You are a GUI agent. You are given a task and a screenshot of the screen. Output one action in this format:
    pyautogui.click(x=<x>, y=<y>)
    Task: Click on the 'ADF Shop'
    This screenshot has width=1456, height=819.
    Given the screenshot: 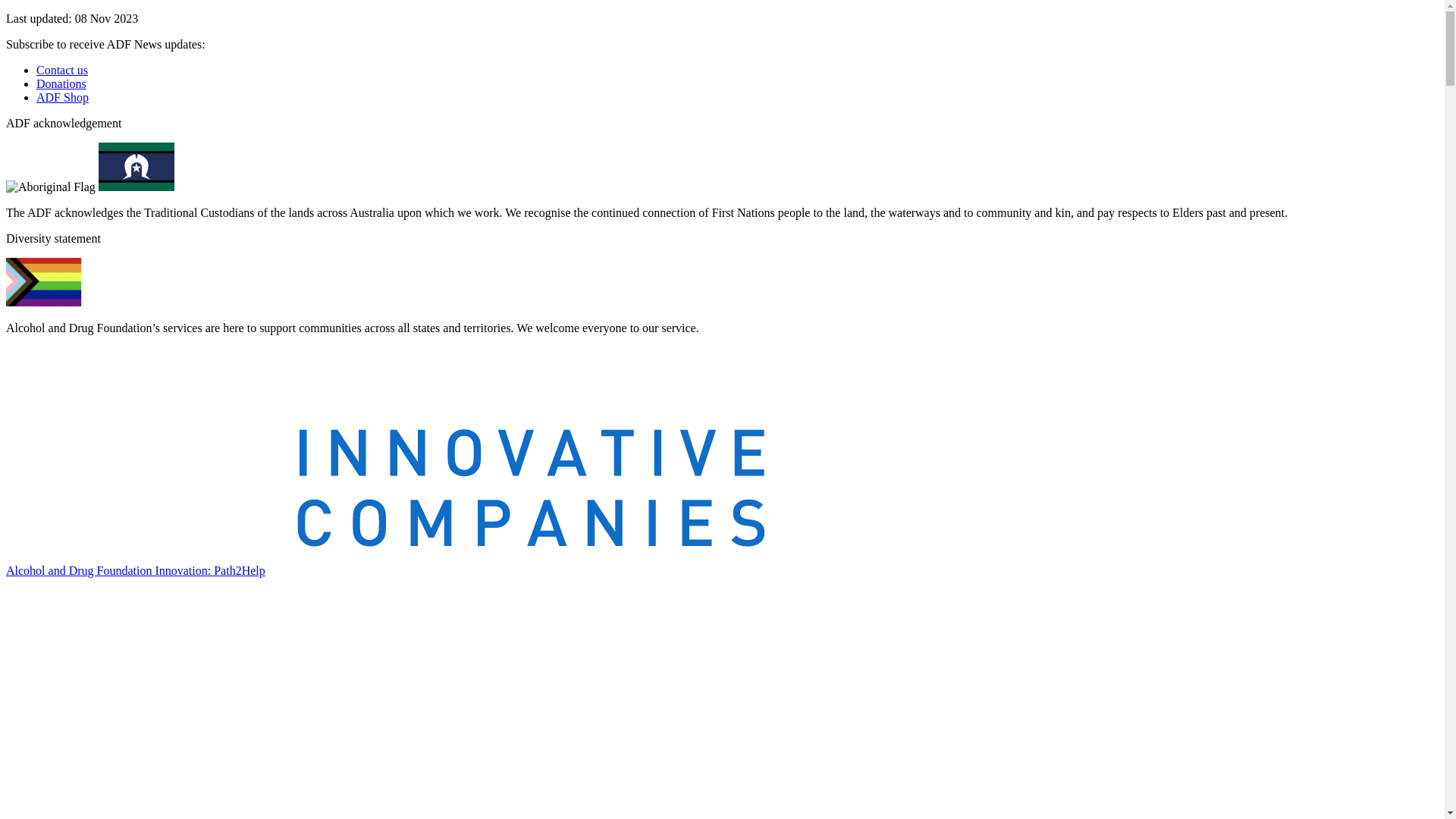 What is the action you would take?
    pyautogui.click(x=36, y=97)
    